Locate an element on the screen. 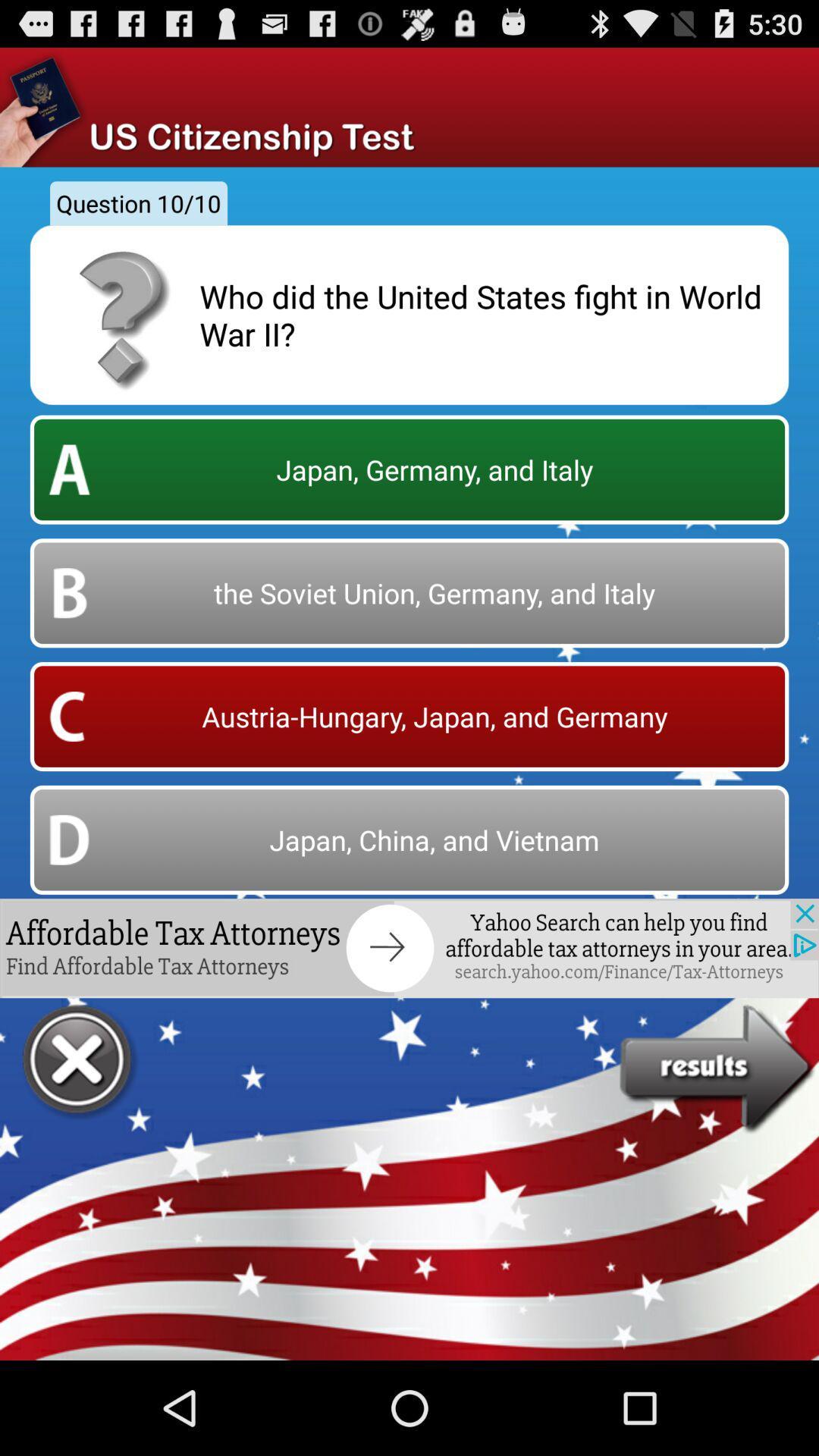 This screenshot has height=1456, width=819. button is located at coordinates (79, 1061).